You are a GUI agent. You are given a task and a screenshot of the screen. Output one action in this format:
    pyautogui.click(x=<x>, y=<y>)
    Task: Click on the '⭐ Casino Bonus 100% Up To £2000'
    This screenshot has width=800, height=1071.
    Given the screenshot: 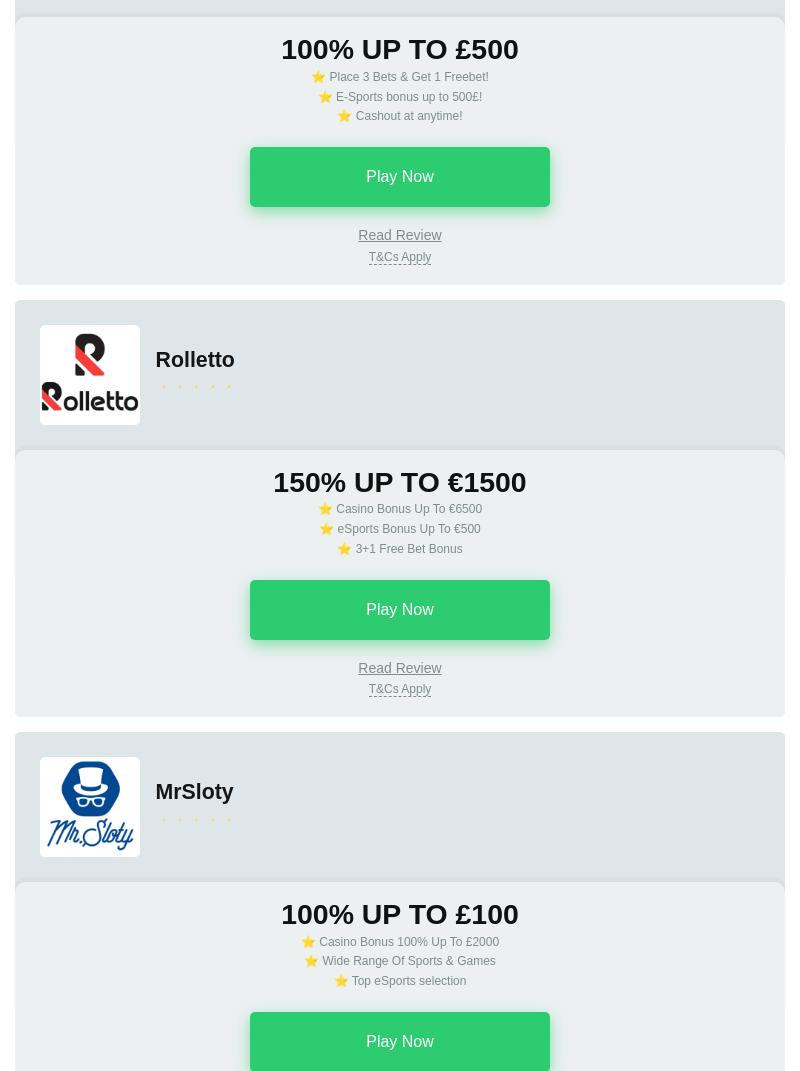 What is the action you would take?
    pyautogui.click(x=300, y=939)
    